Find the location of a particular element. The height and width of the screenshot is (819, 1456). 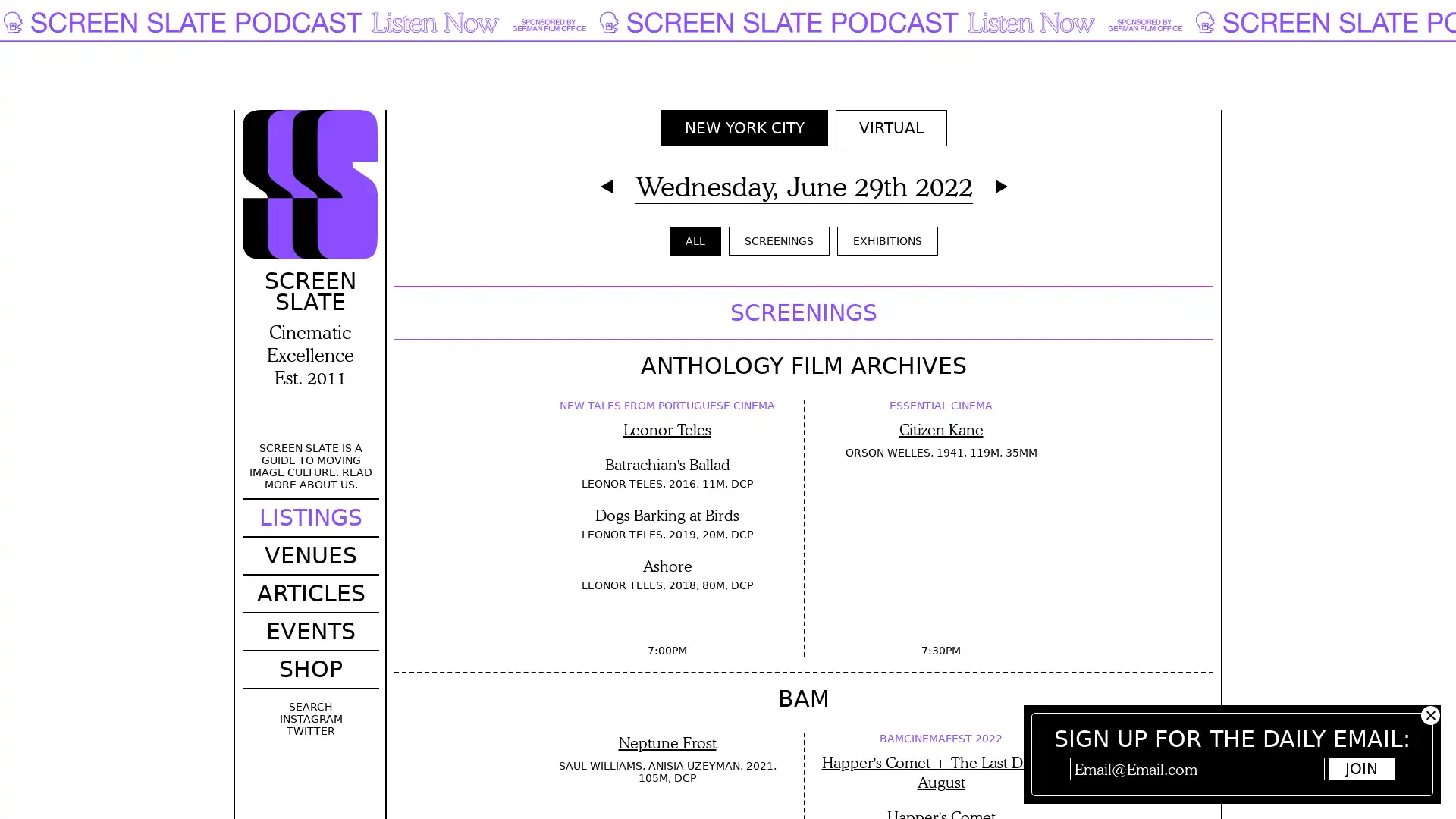

Previous Day is located at coordinates (604, 186).